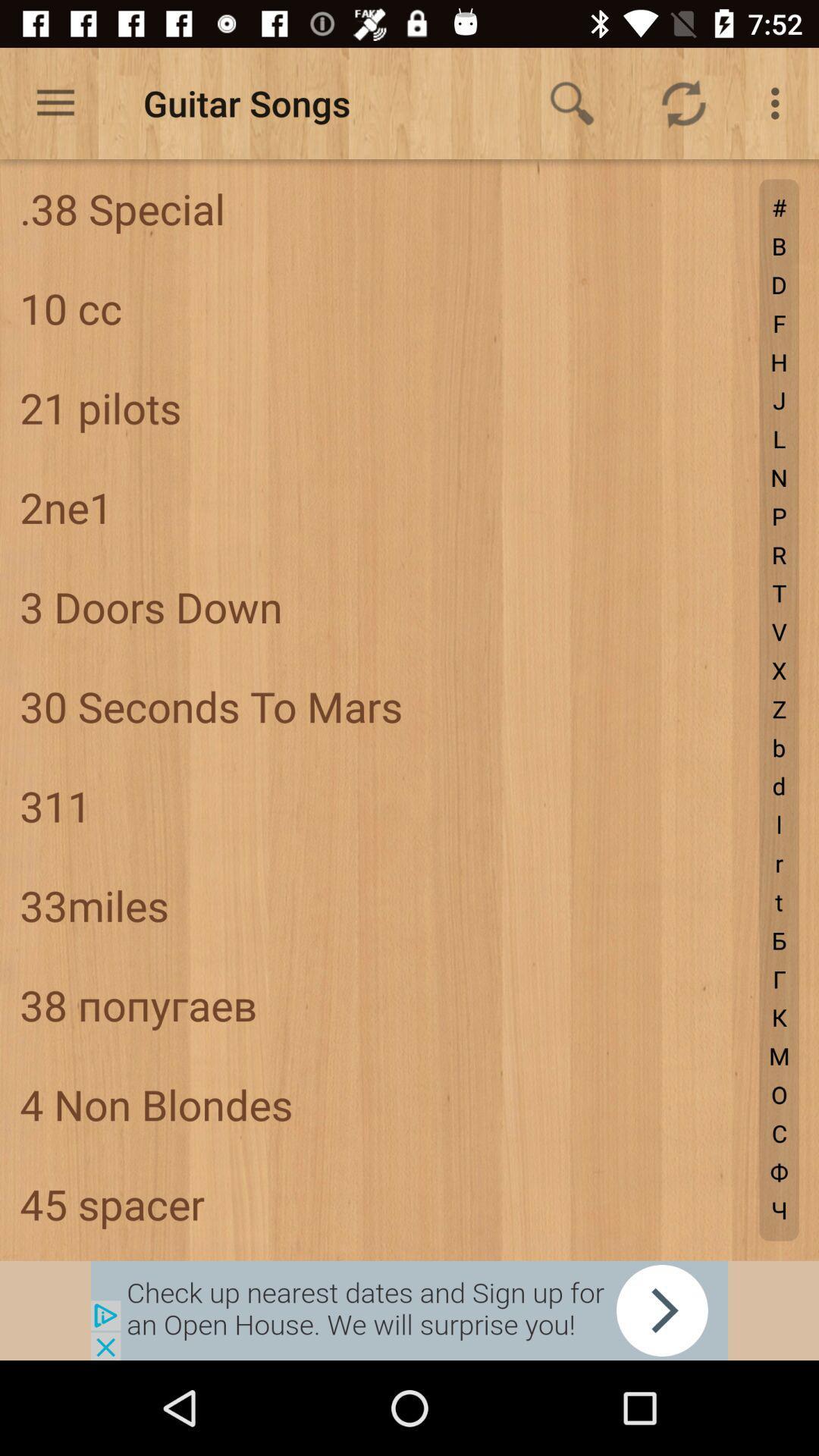  Describe the element at coordinates (409, 1310) in the screenshot. I see `share the article` at that location.